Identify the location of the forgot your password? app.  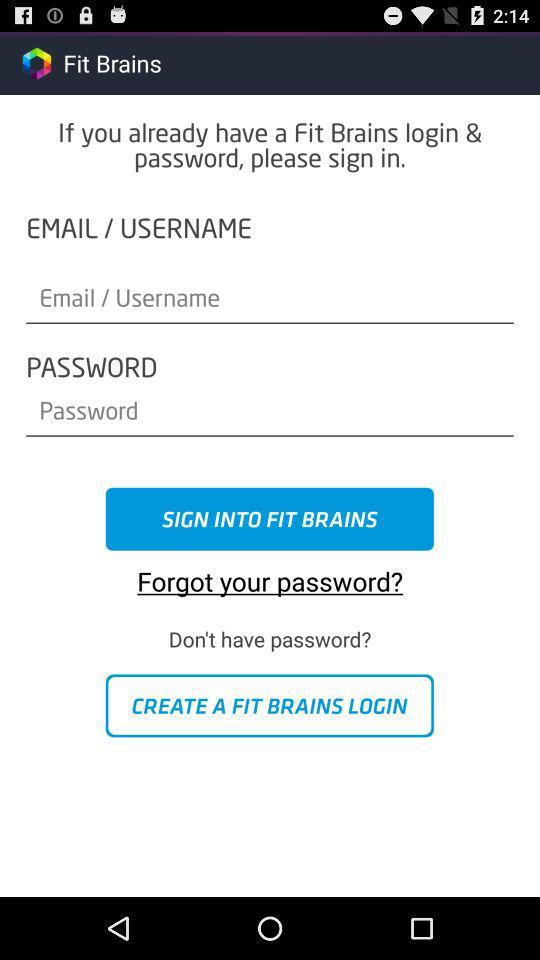
(270, 574).